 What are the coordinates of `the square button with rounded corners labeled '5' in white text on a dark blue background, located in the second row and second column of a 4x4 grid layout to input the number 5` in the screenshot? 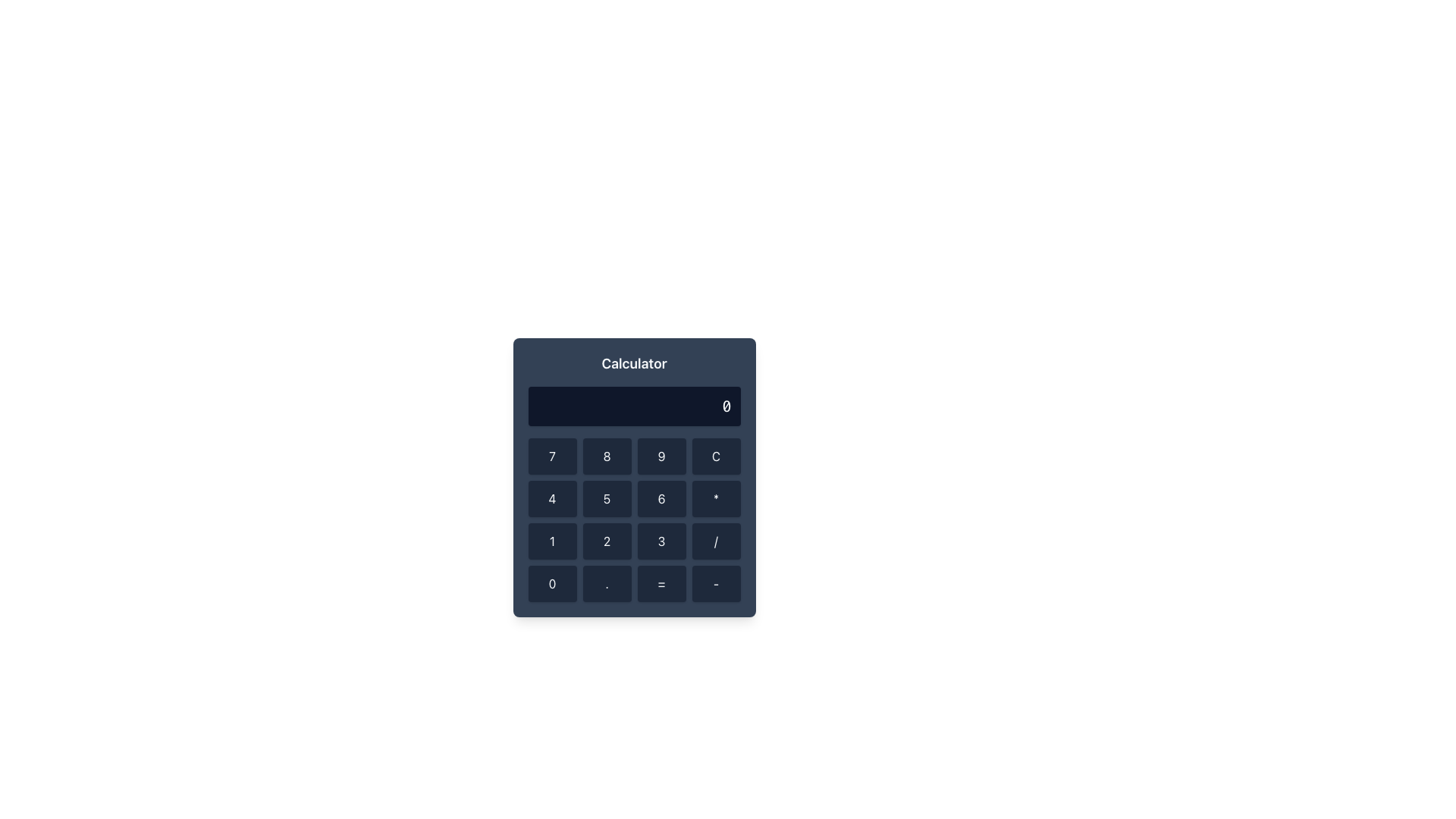 It's located at (607, 499).